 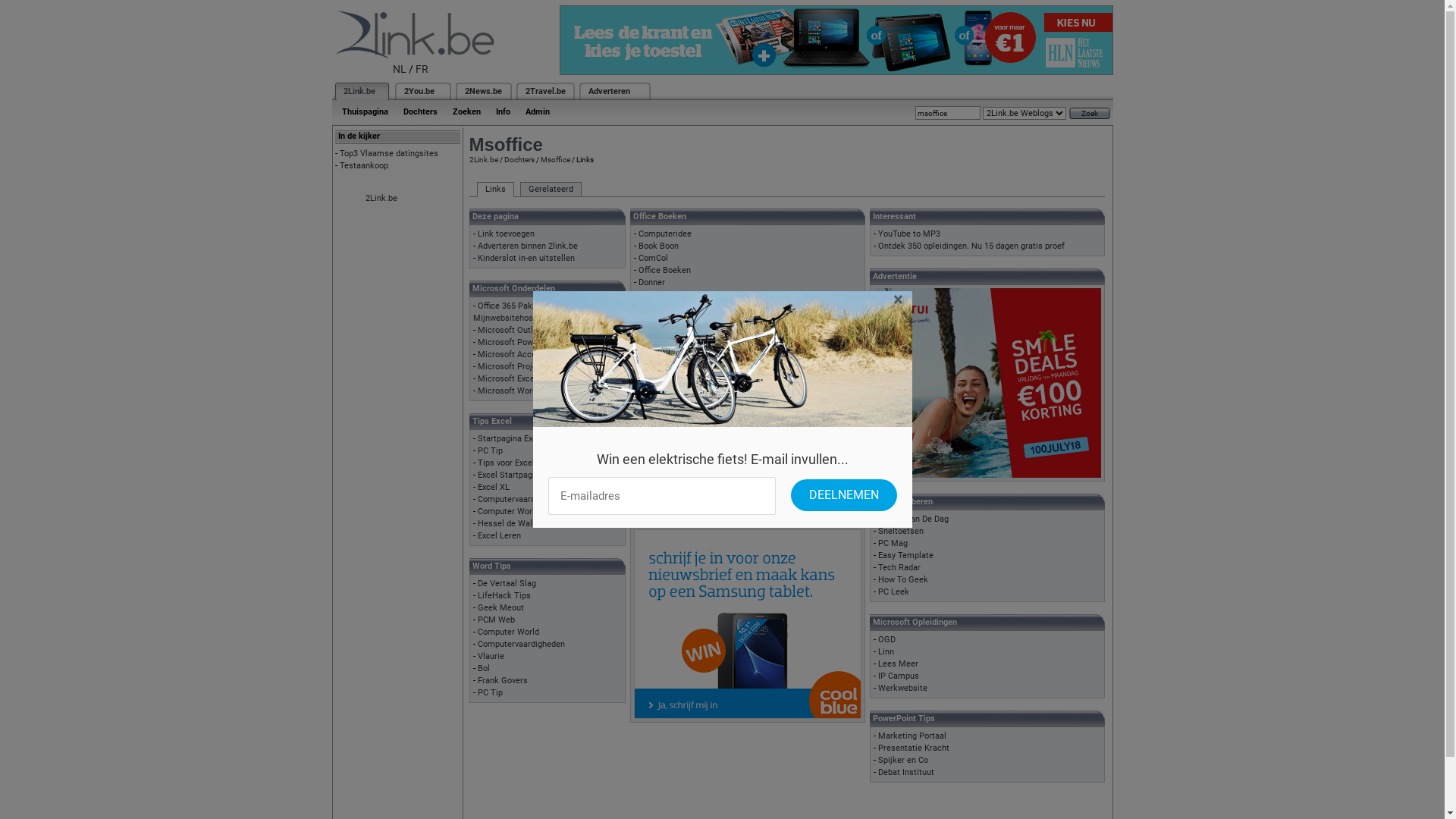 What do you see at coordinates (528, 245) in the screenshot?
I see `'Adverteren binnen 2link.be'` at bounding box center [528, 245].